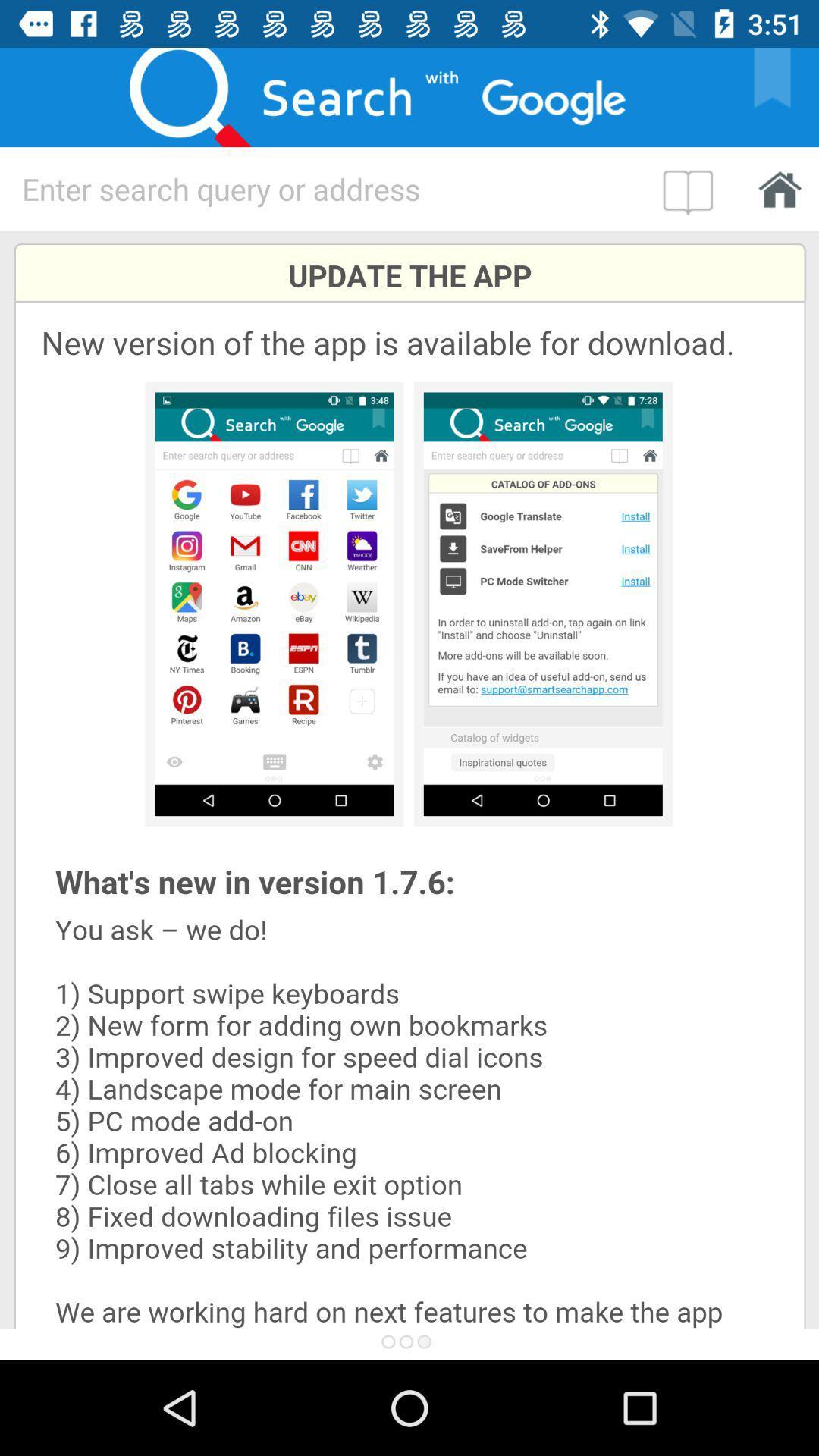  Describe the element at coordinates (692, 188) in the screenshot. I see `the book icon` at that location.